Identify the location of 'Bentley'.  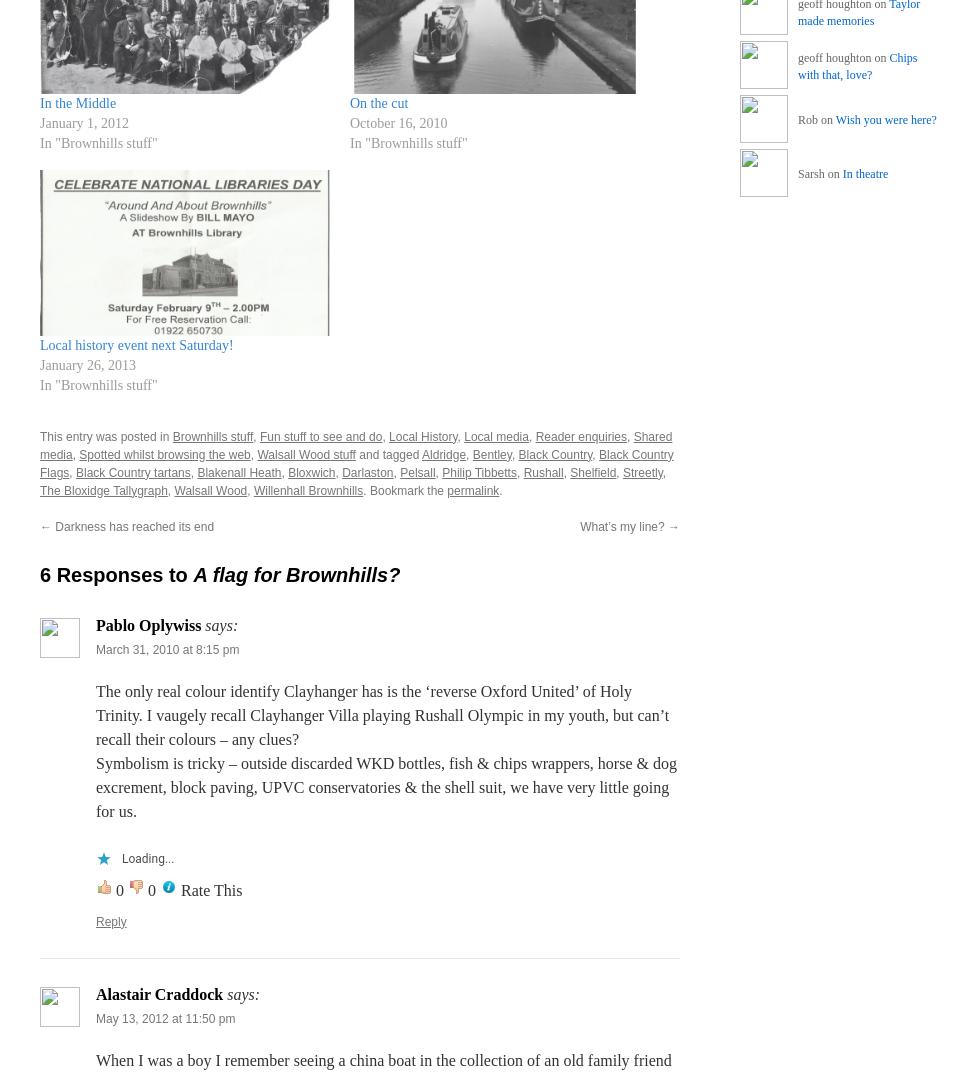
(491, 452).